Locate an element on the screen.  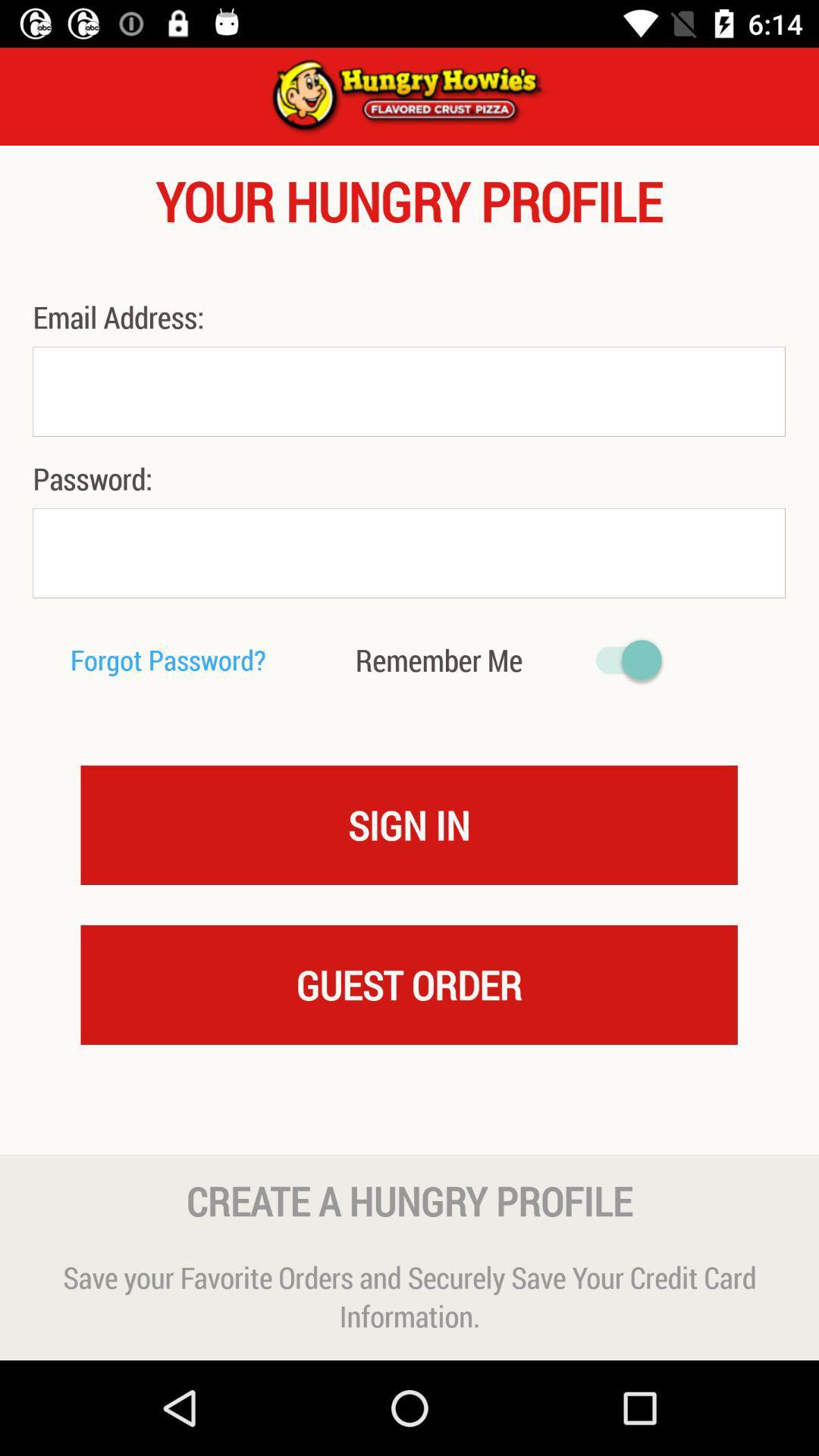
remember login option is located at coordinates (621, 660).